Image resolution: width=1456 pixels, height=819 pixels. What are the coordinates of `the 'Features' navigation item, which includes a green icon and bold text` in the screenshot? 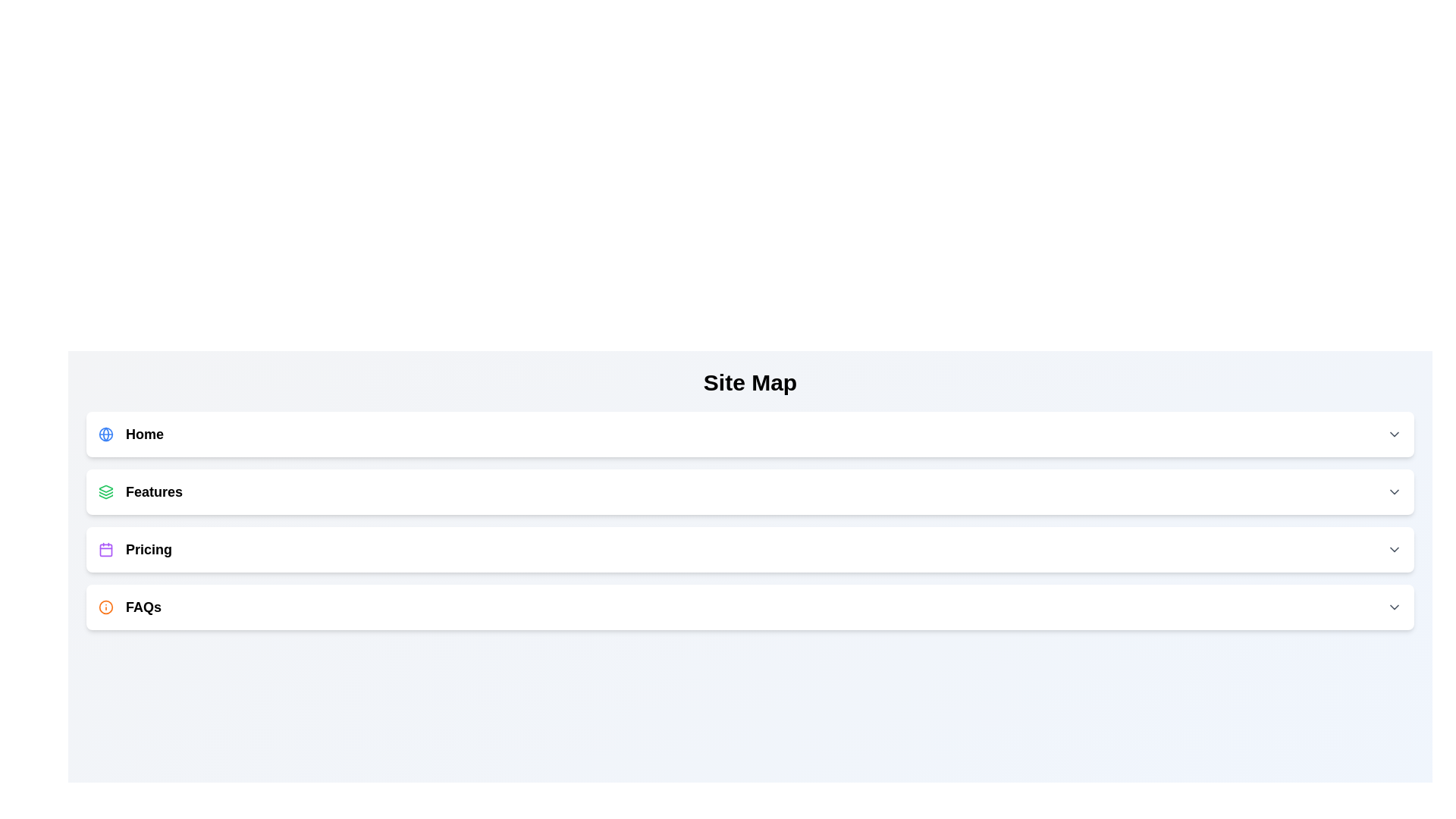 It's located at (140, 491).